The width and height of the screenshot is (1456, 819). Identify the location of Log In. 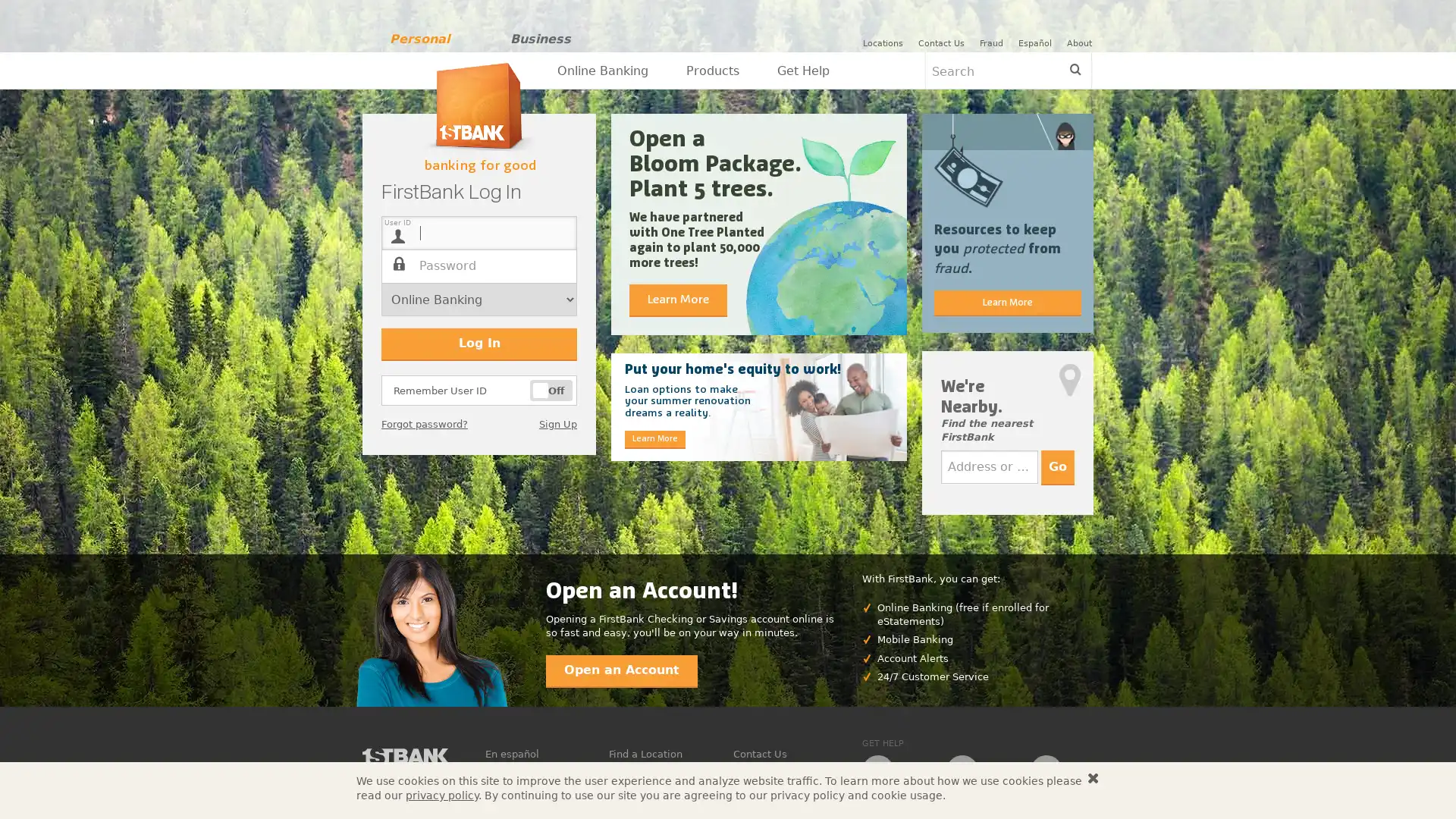
(479, 344).